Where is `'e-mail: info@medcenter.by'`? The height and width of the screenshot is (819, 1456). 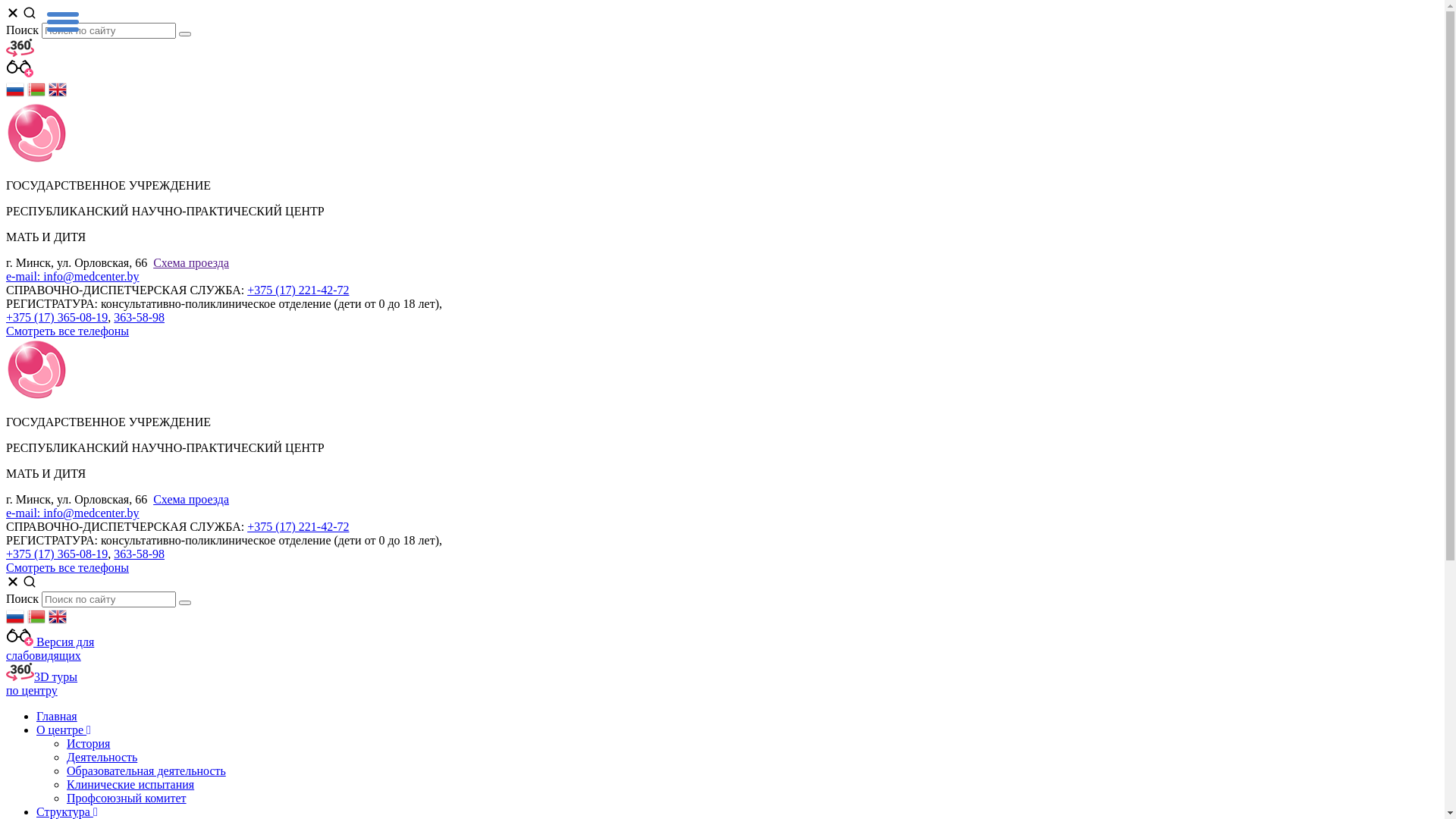
'e-mail: info@medcenter.by' is located at coordinates (72, 512).